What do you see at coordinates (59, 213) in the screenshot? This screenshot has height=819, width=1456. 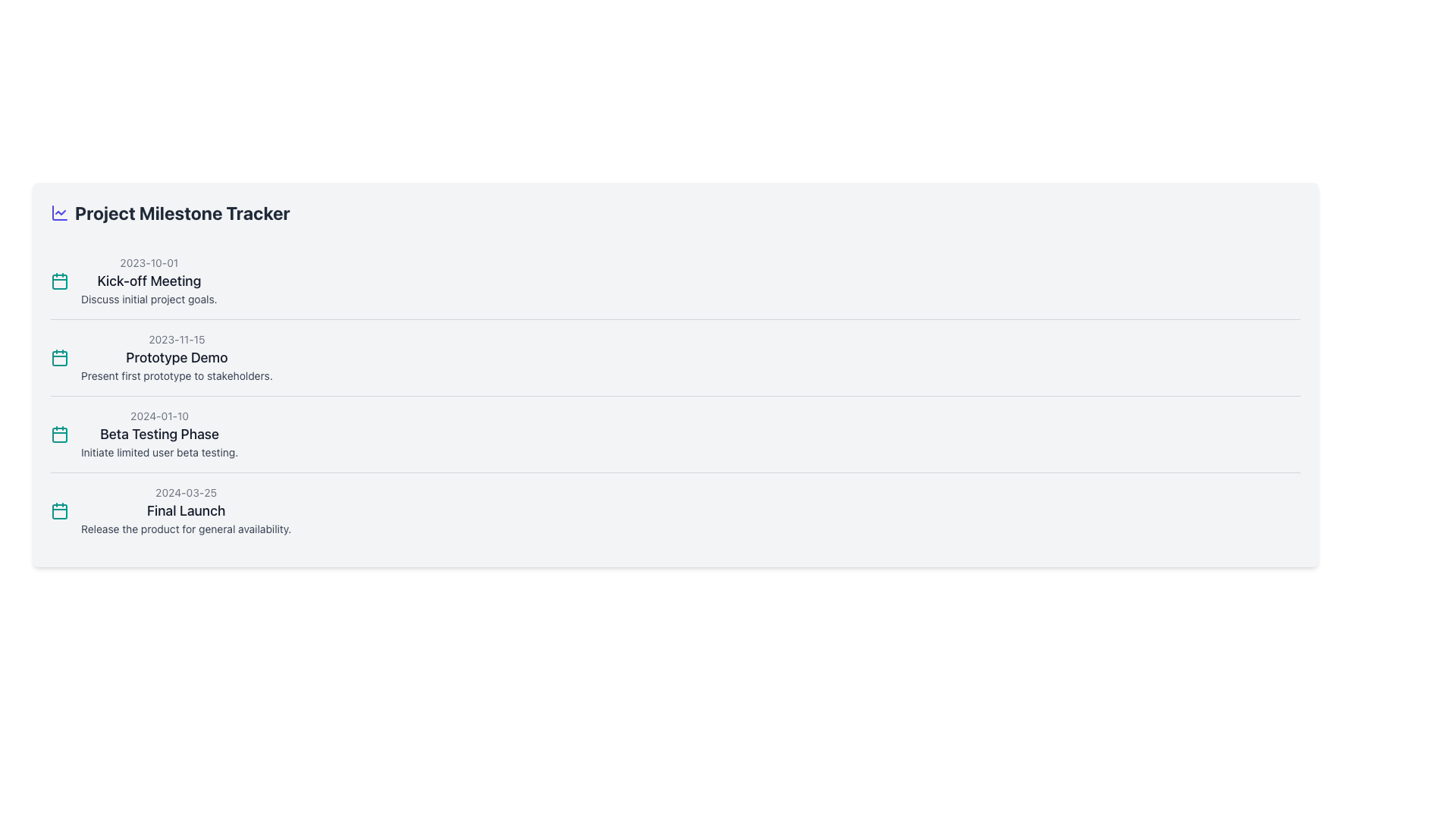 I see `the icon representing the project milestone tracker, located to the left of the 'Project Milestone Tracker' text in the section header` at bounding box center [59, 213].